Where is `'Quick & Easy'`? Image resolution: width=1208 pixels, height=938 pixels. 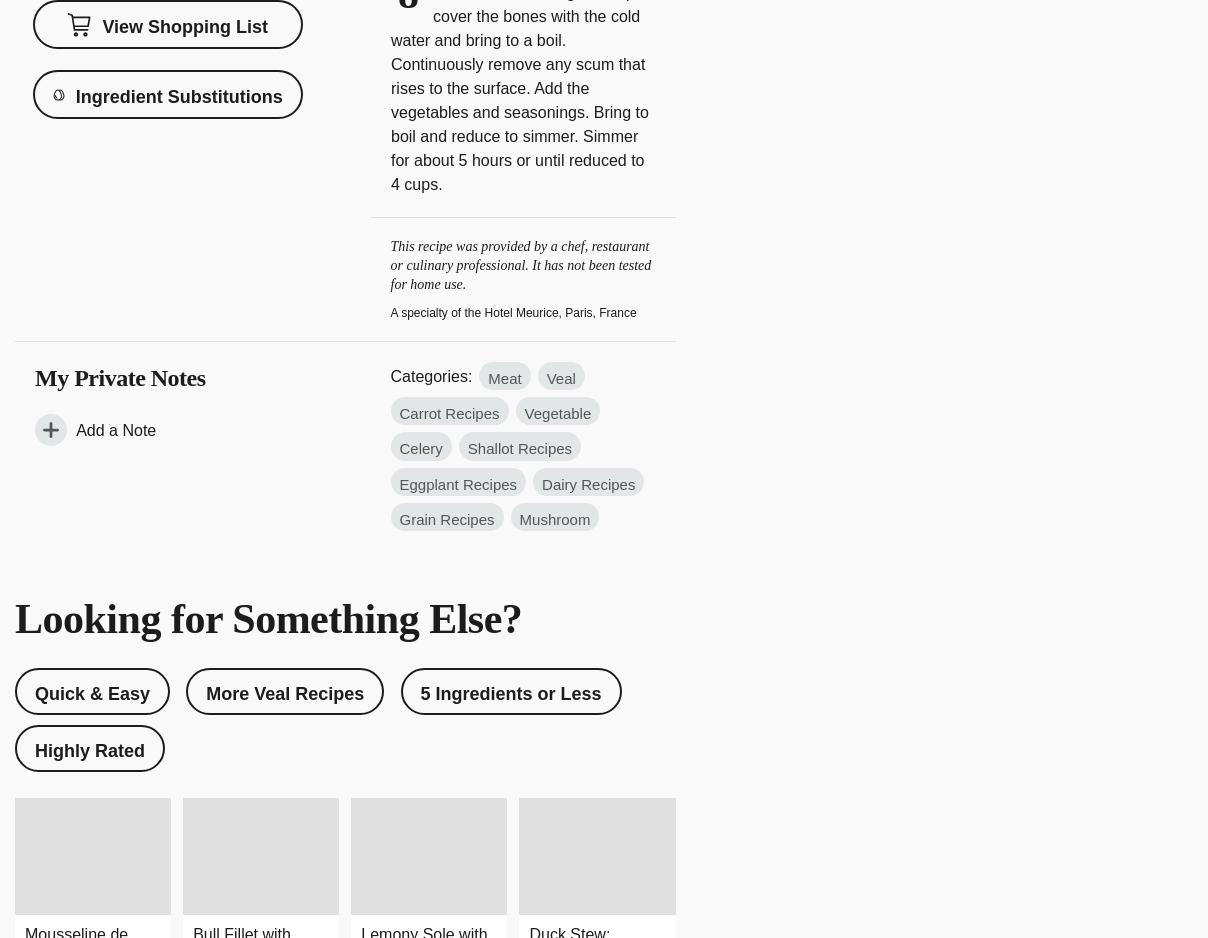 'Quick & Easy' is located at coordinates (91, 692).